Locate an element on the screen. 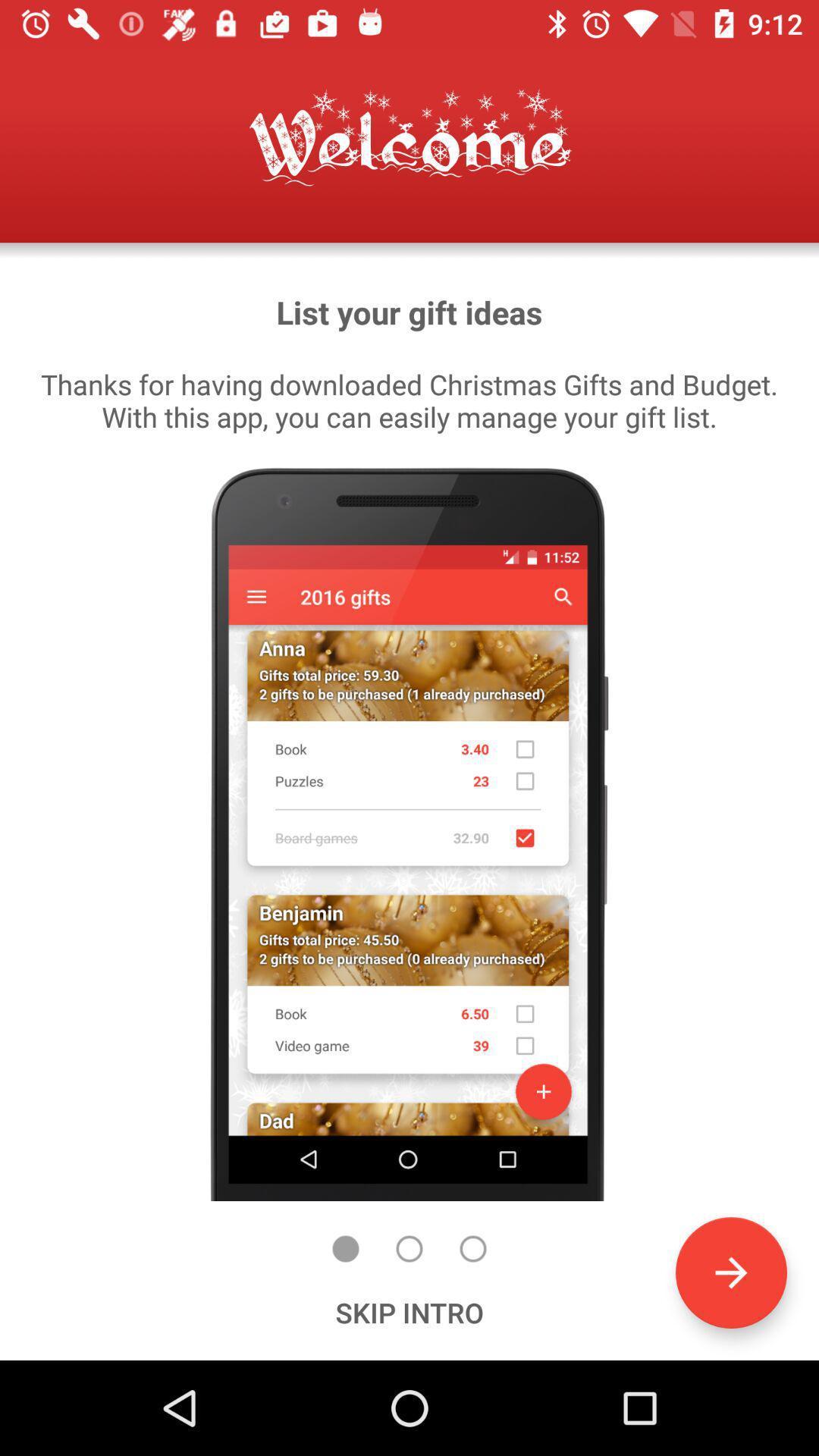 The width and height of the screenshot is (819, 1456). the arrow_forward icon is located at coordinates (730, 1272).